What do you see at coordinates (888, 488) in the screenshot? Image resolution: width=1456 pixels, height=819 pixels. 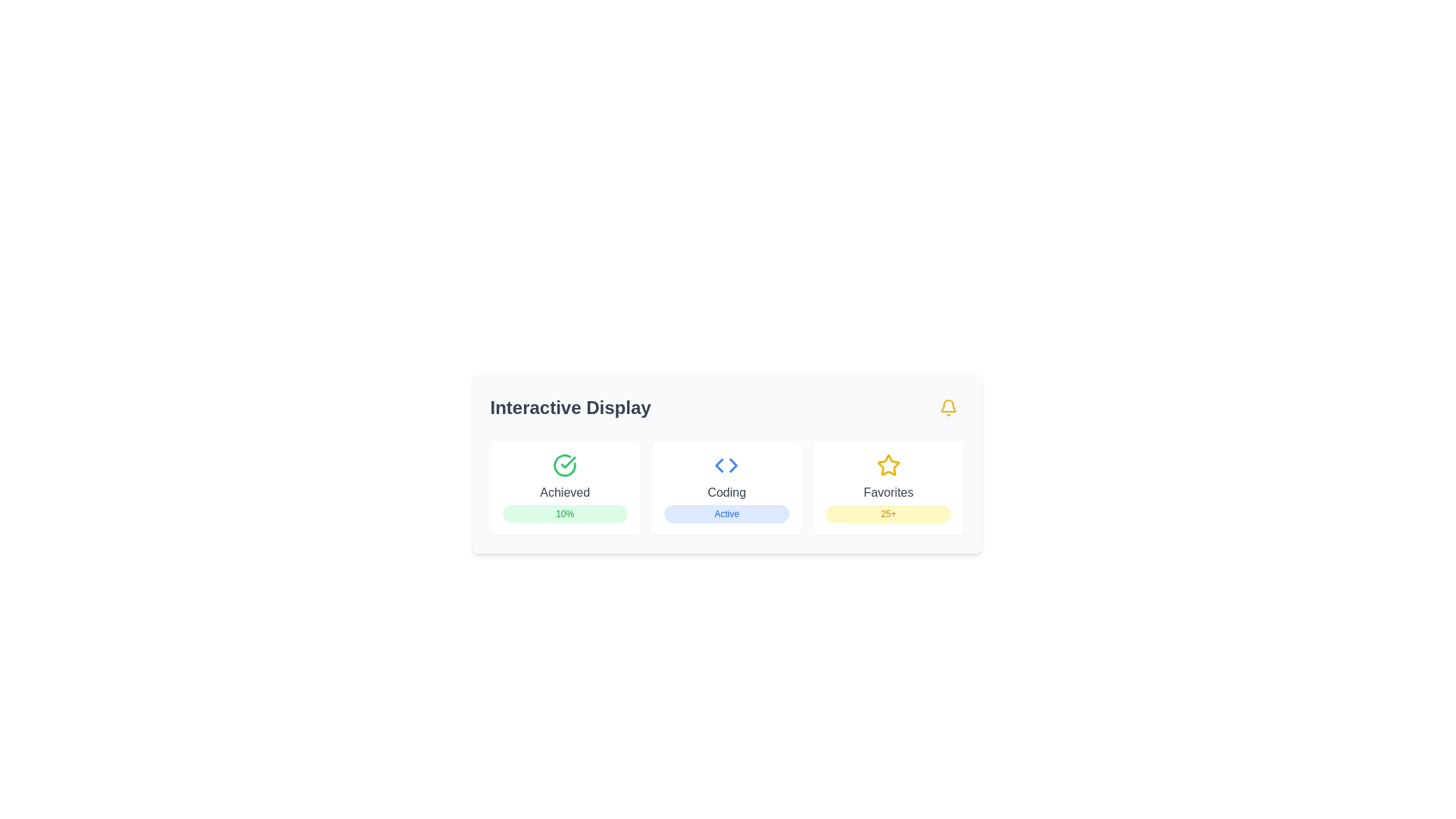 I see `the Information Card element that has a yellow star icon at the top, the text 'Favorites' in gray below it` at bounding box center [888, 488].